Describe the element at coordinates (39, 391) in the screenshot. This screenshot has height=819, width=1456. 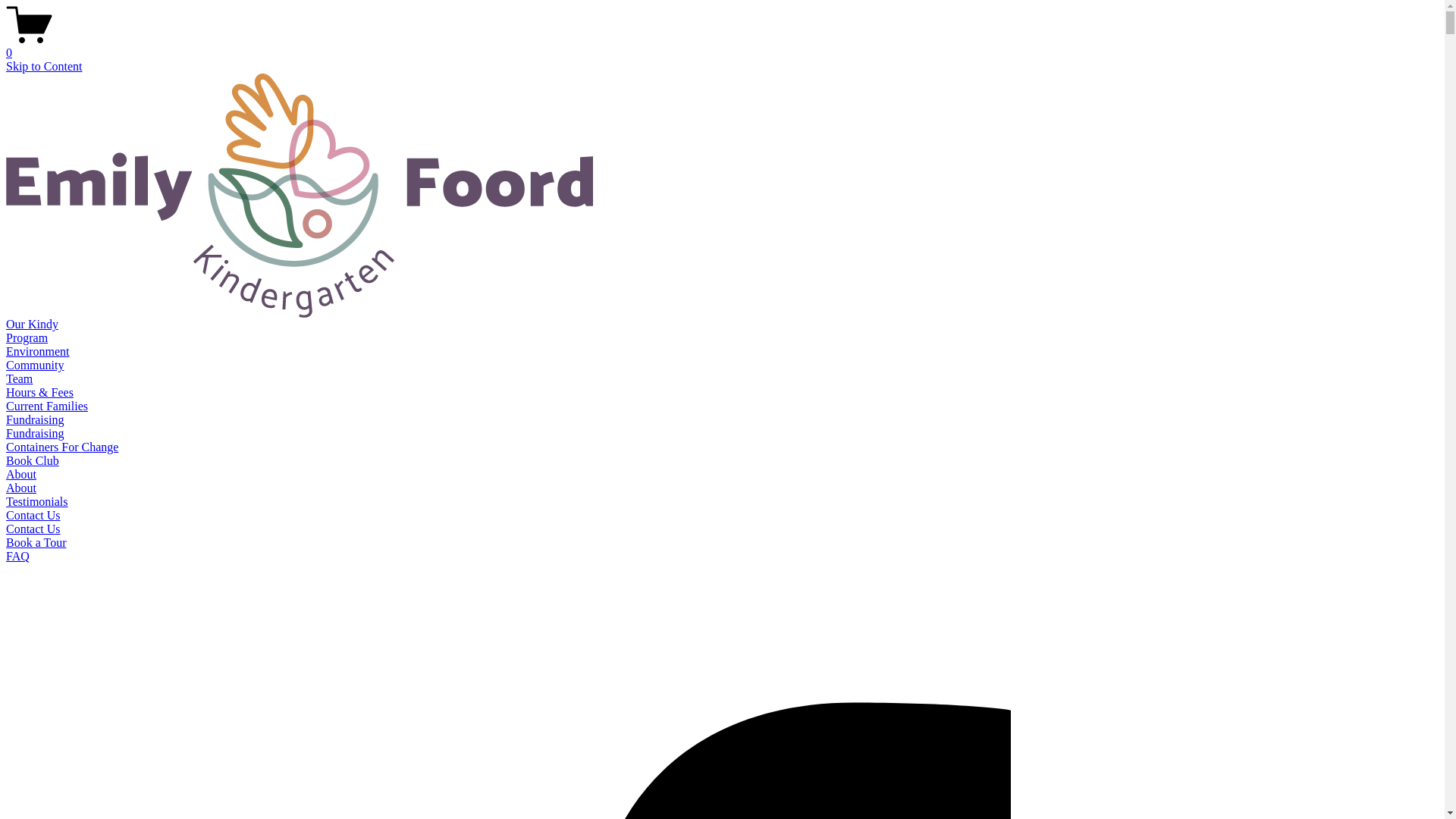
I see `'Hours & Fees'` at that location.